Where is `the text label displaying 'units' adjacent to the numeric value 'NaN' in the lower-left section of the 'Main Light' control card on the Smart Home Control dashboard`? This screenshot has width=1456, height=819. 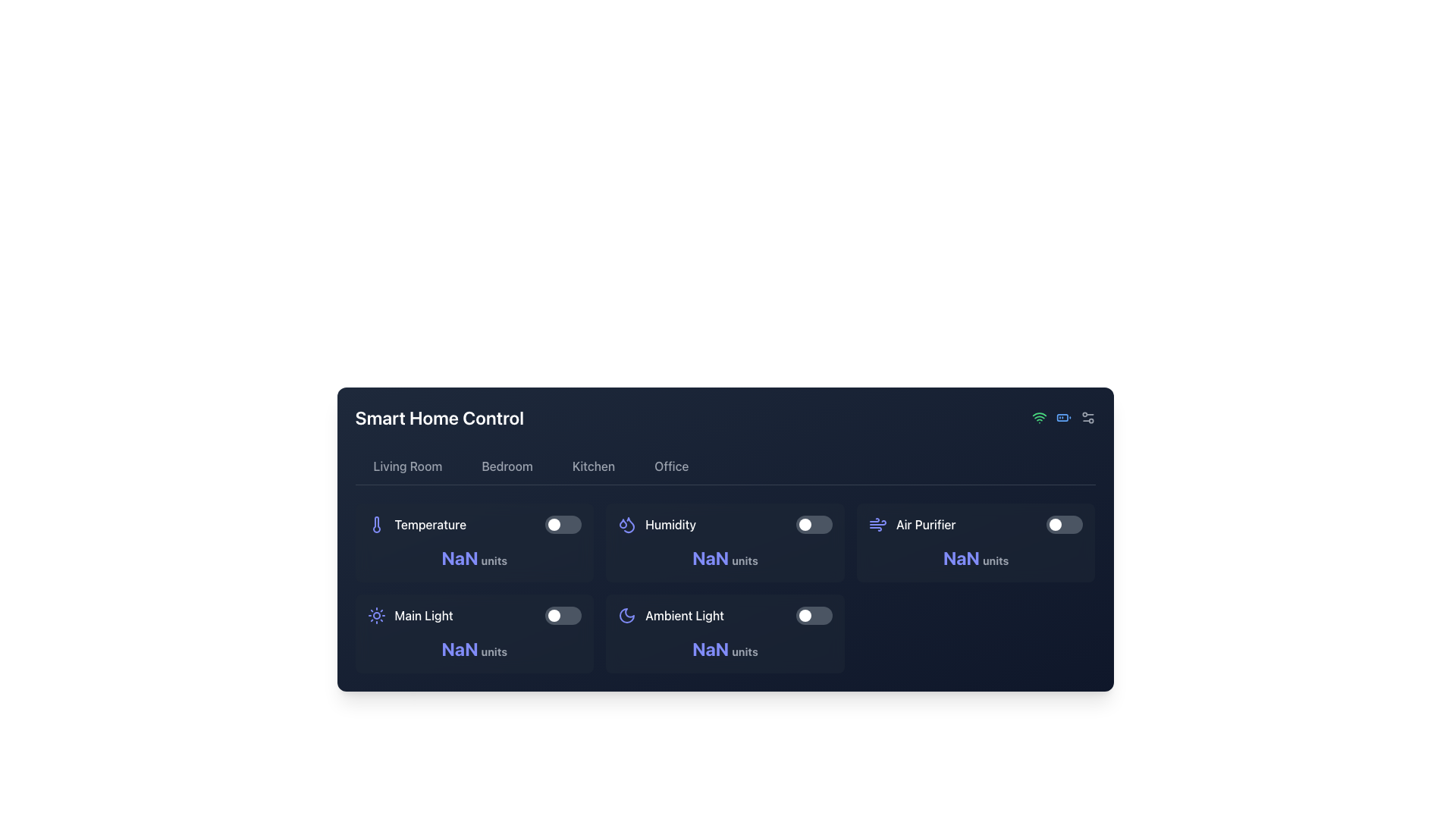 the text label displaying 'units' adjacent to the numeric value 'NaN' in the lower-left section of the 'Main Light' control card on the Smart Home Control dashboard is located at coordinates (494, 651).